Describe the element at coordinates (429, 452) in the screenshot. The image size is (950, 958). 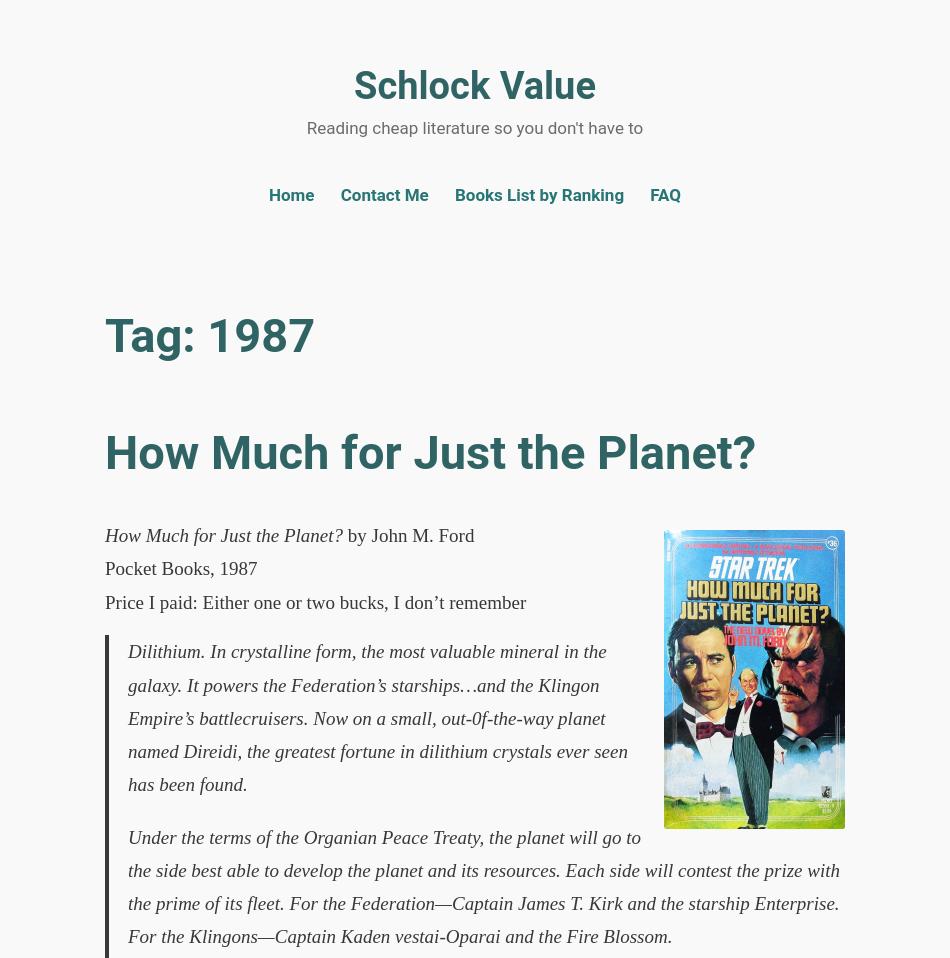
I see `'How Much for Just the Planet?'` at that location.